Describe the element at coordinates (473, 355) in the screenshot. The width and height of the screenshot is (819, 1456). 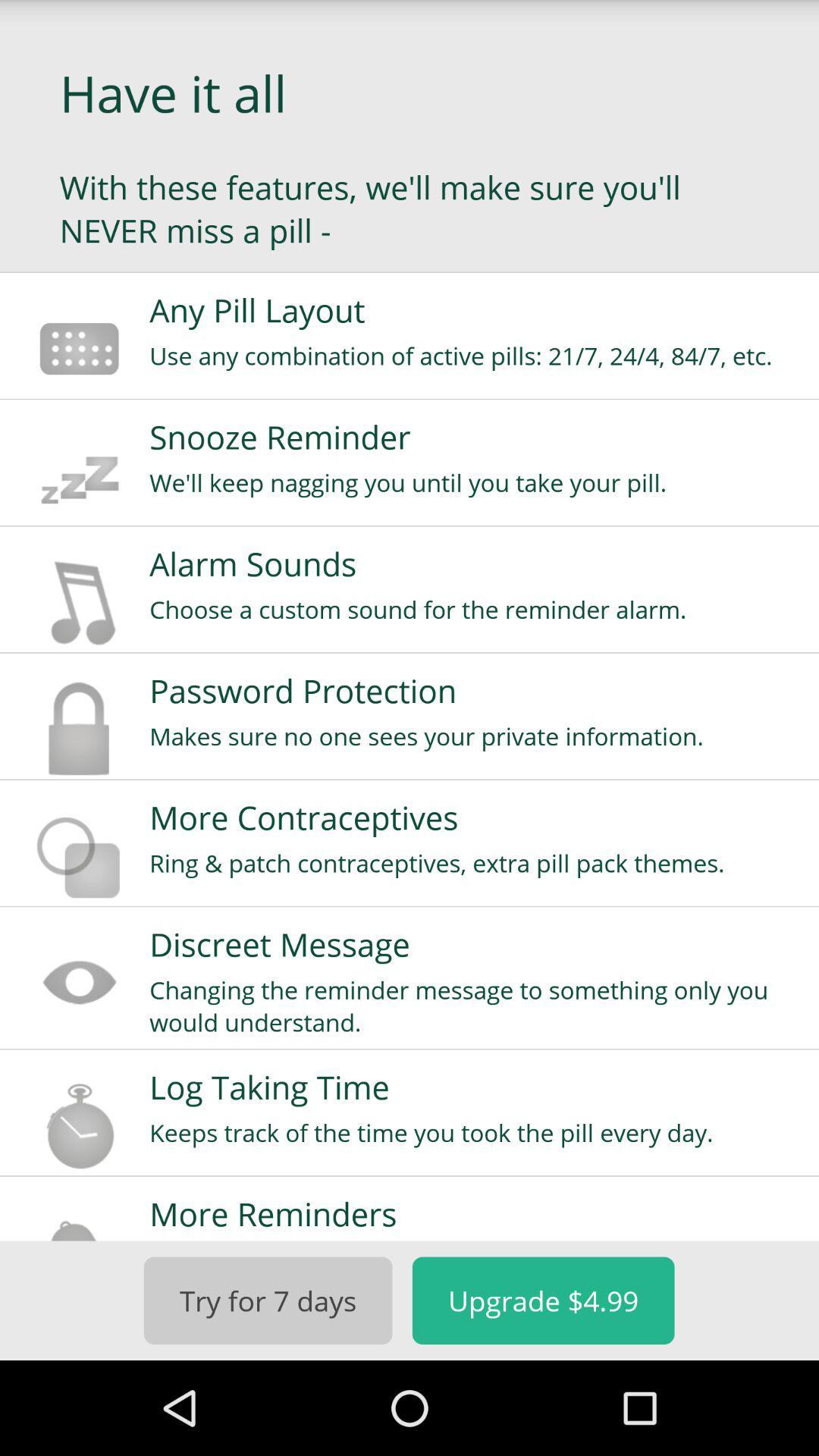
I see `item below the any pill layout app` at that location.